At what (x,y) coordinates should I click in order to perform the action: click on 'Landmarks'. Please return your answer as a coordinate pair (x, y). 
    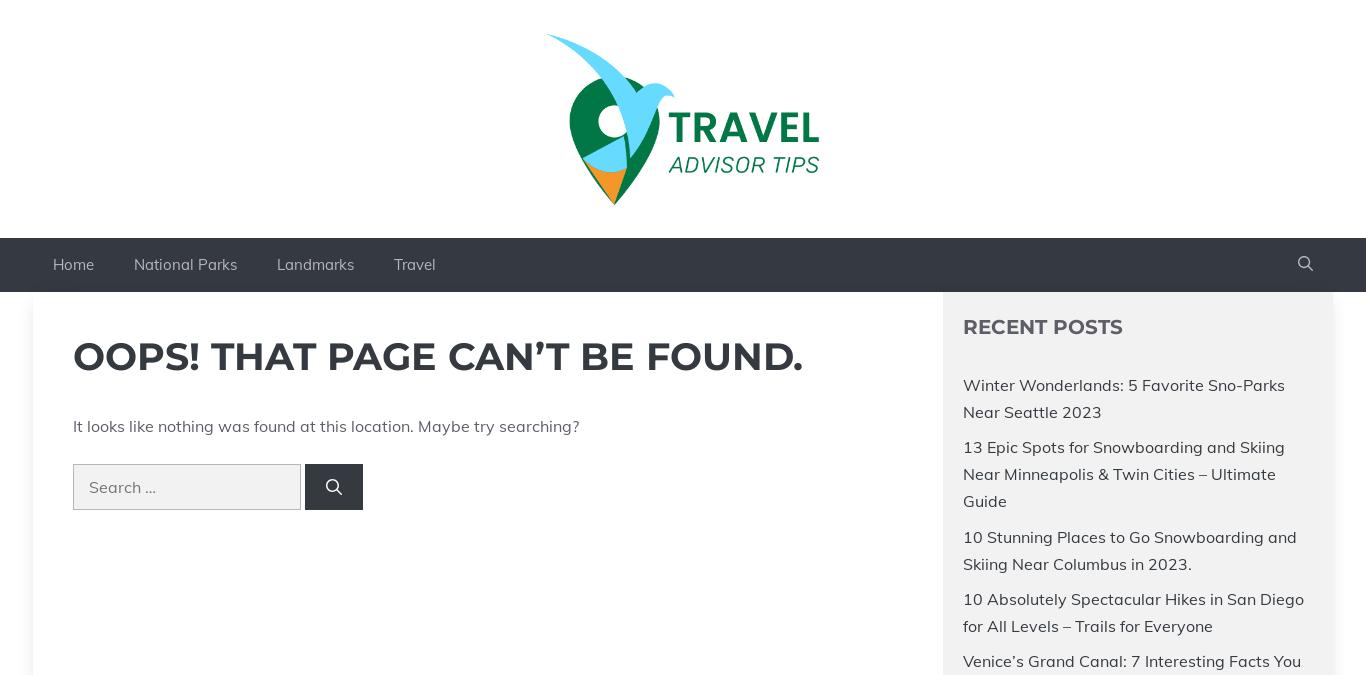
    Looking at the image, I should click on (315, 262).